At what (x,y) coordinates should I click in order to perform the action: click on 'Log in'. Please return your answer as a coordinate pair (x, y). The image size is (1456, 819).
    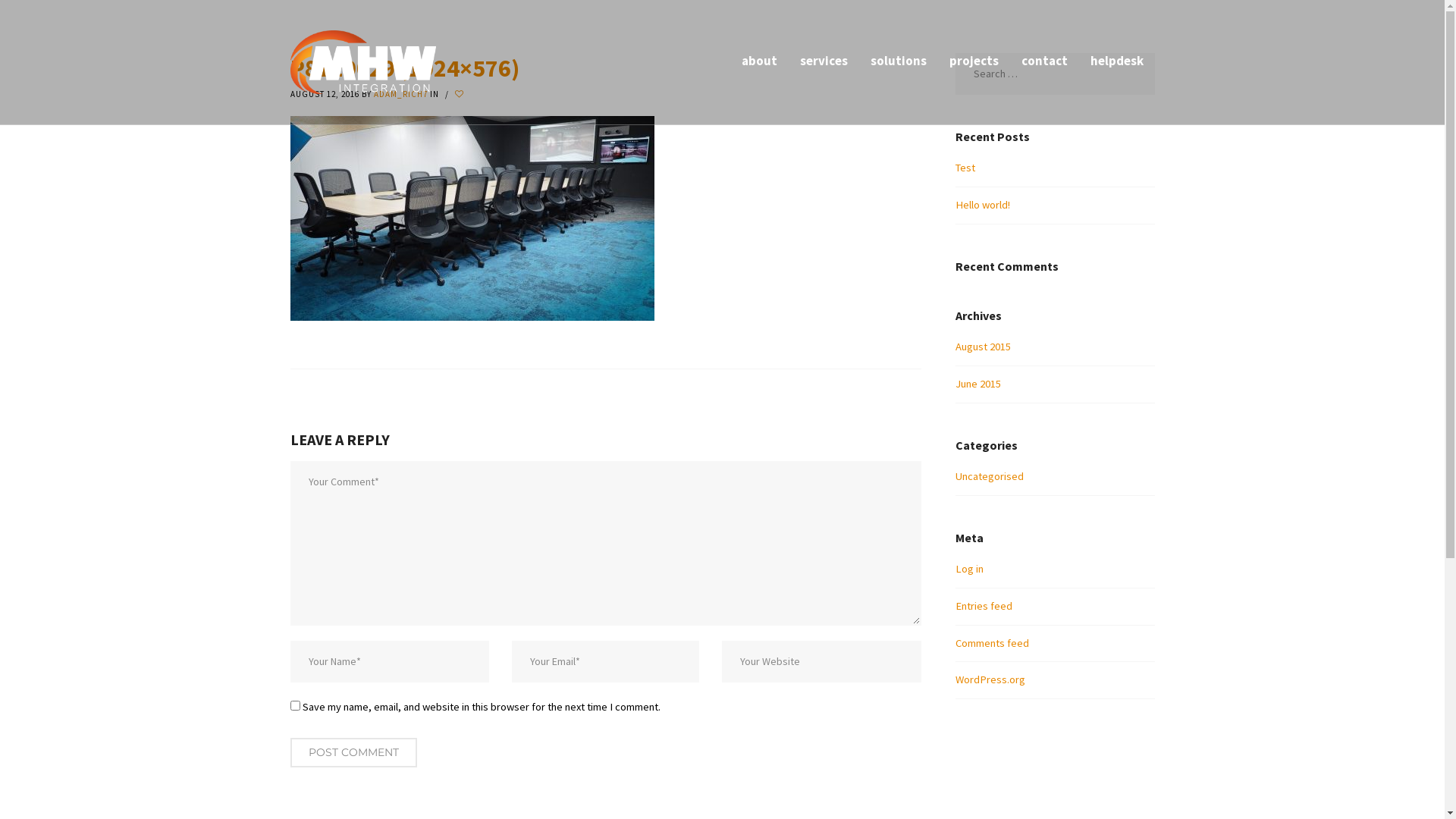
    Looking at the image, I should click on (968, 568).